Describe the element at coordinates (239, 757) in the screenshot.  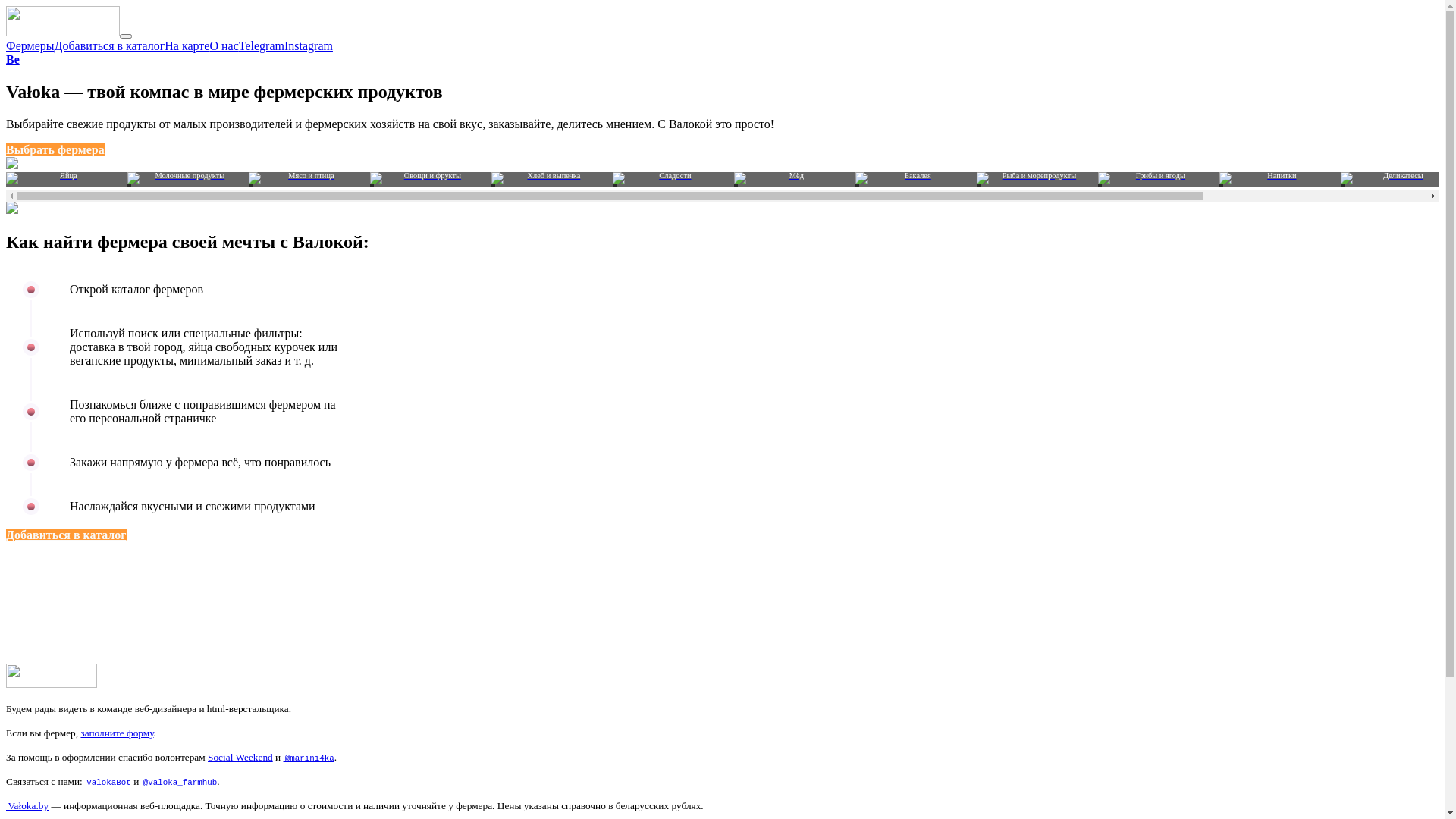
I see `'Social Weekend'` at that location.